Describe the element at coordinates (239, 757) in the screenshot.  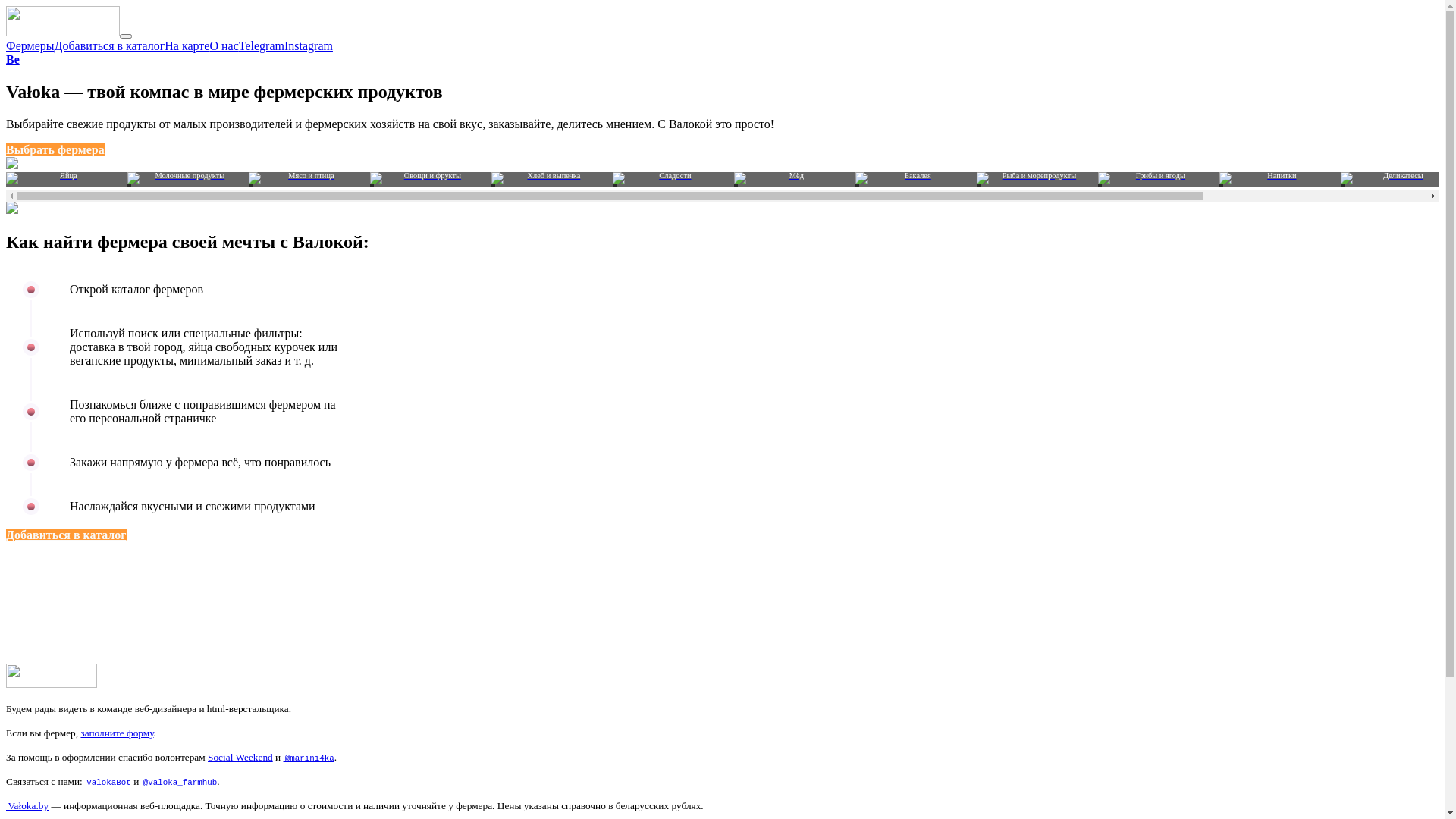
I see `'Social Weekend'` at that location.